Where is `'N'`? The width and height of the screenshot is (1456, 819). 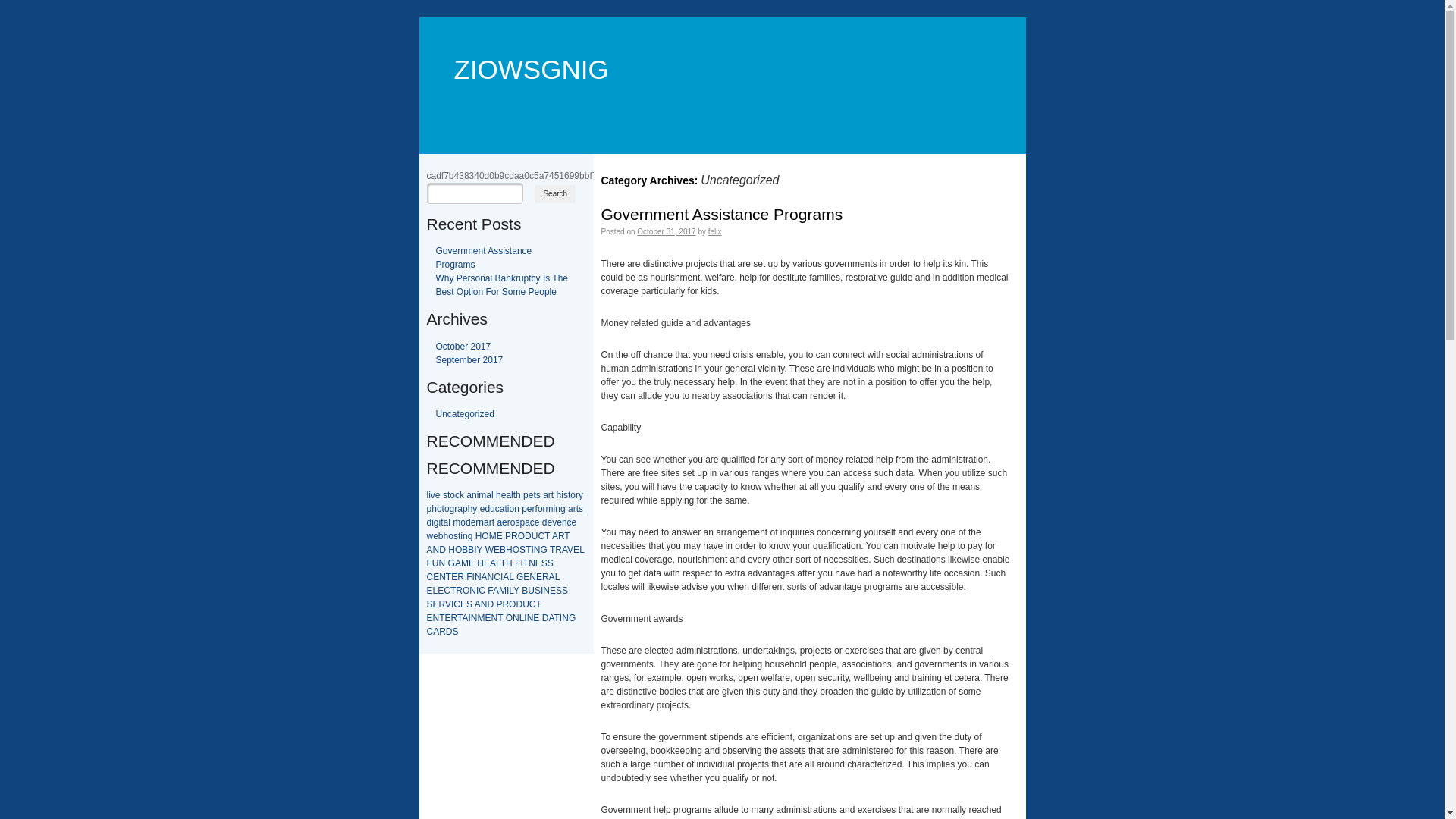 'N' is located at coordinates (483, 604).